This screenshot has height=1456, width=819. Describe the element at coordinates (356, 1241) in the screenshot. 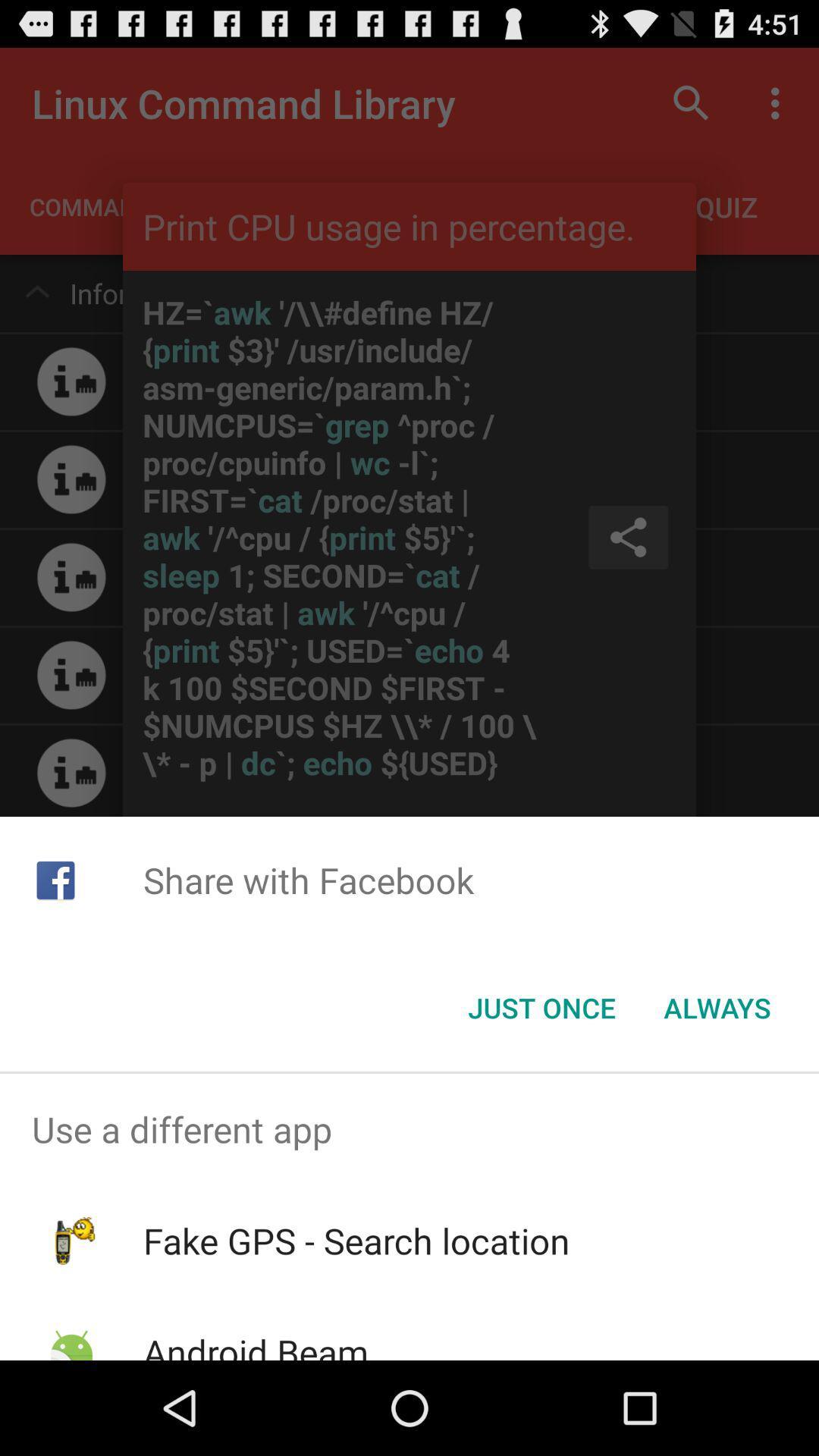

I see `icon above android beam` at that location.